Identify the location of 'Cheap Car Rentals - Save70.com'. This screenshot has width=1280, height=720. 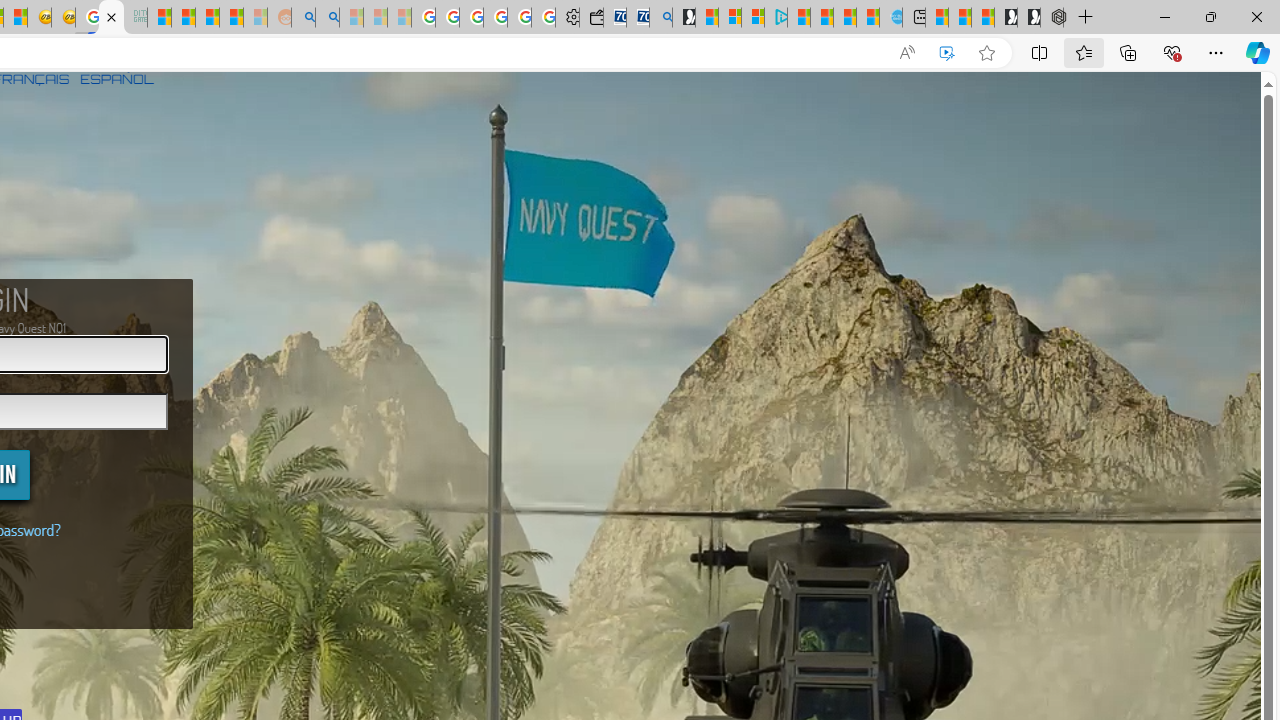
(637, 17).